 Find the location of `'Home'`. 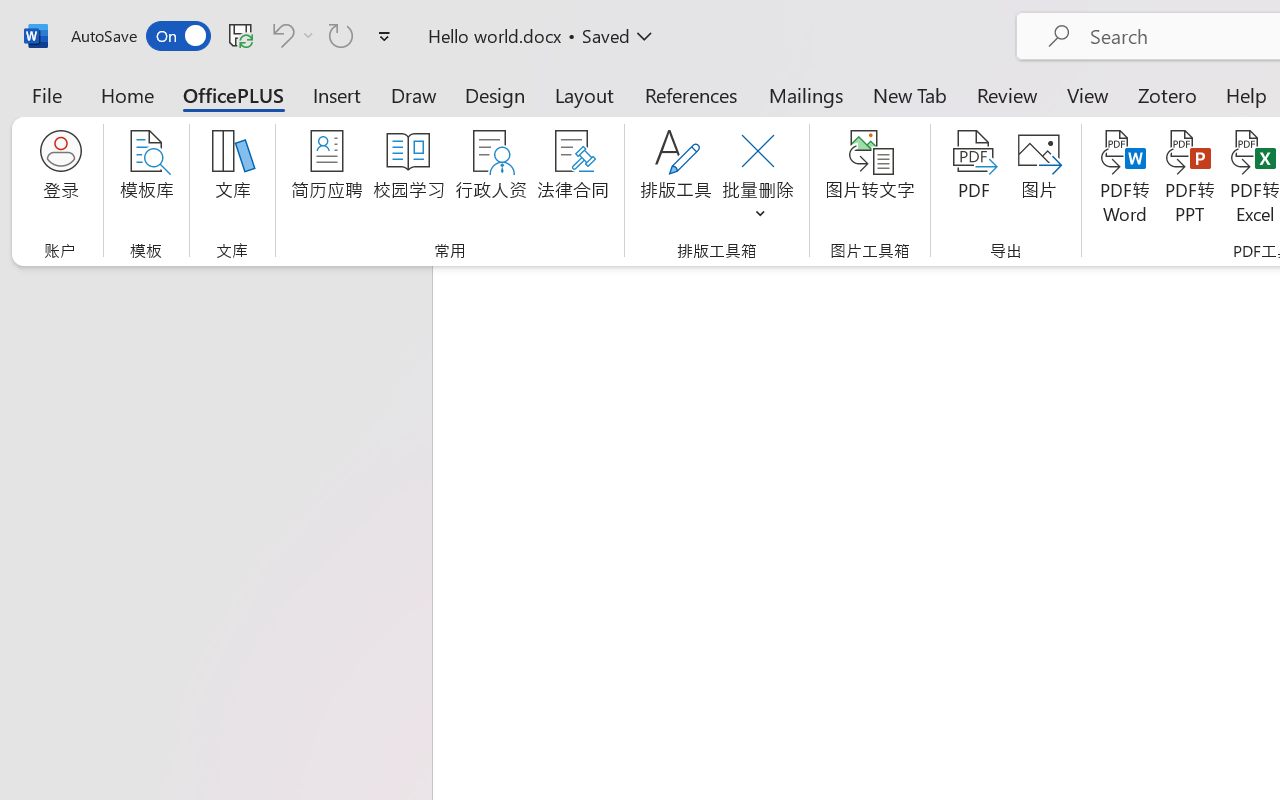

'Home' is located at coordinates (127, 94).